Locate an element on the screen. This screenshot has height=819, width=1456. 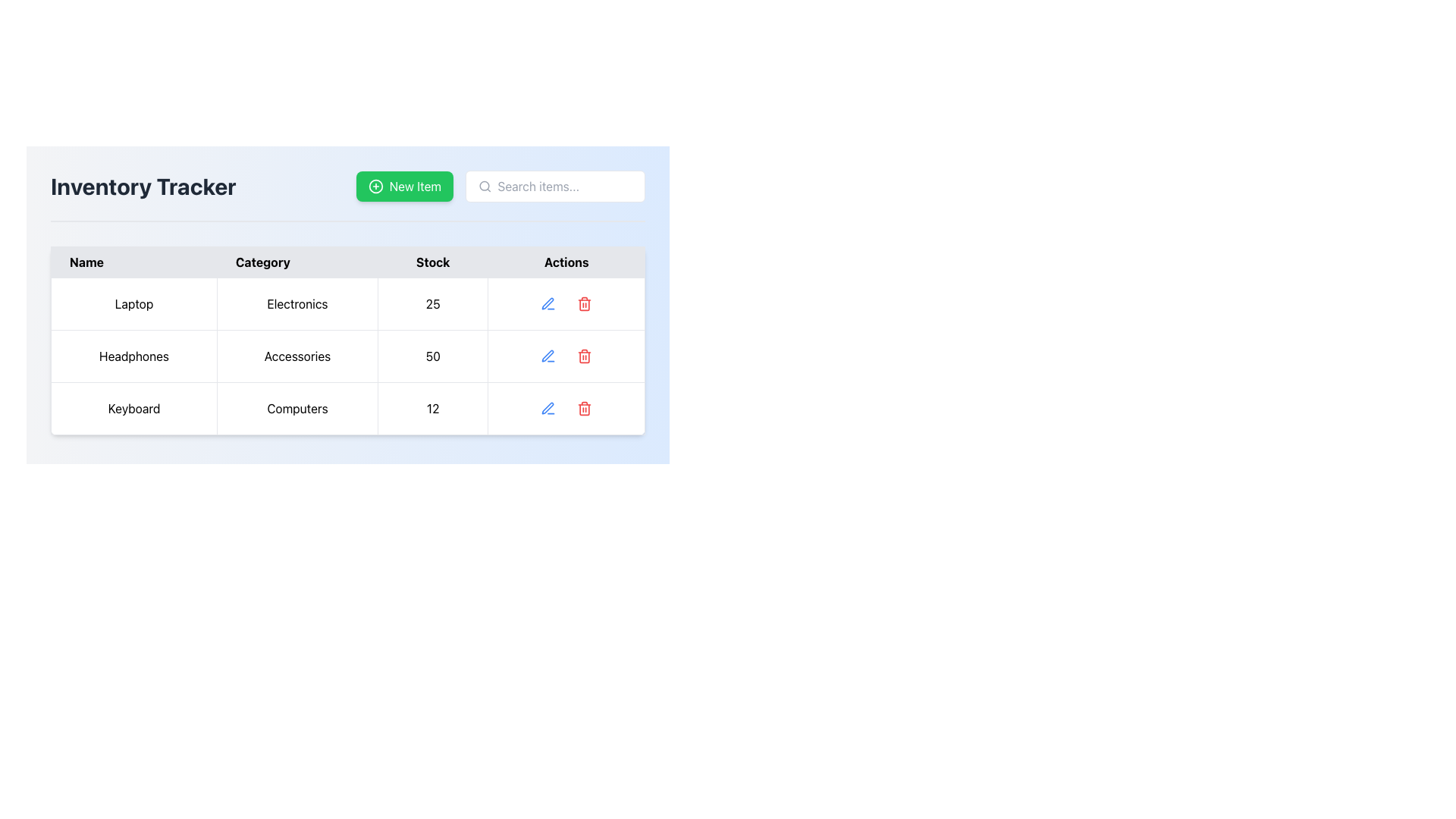
the 'Headphones' text label in the first column of the second row under the 'Name' header is located at coordinates (134, 356).